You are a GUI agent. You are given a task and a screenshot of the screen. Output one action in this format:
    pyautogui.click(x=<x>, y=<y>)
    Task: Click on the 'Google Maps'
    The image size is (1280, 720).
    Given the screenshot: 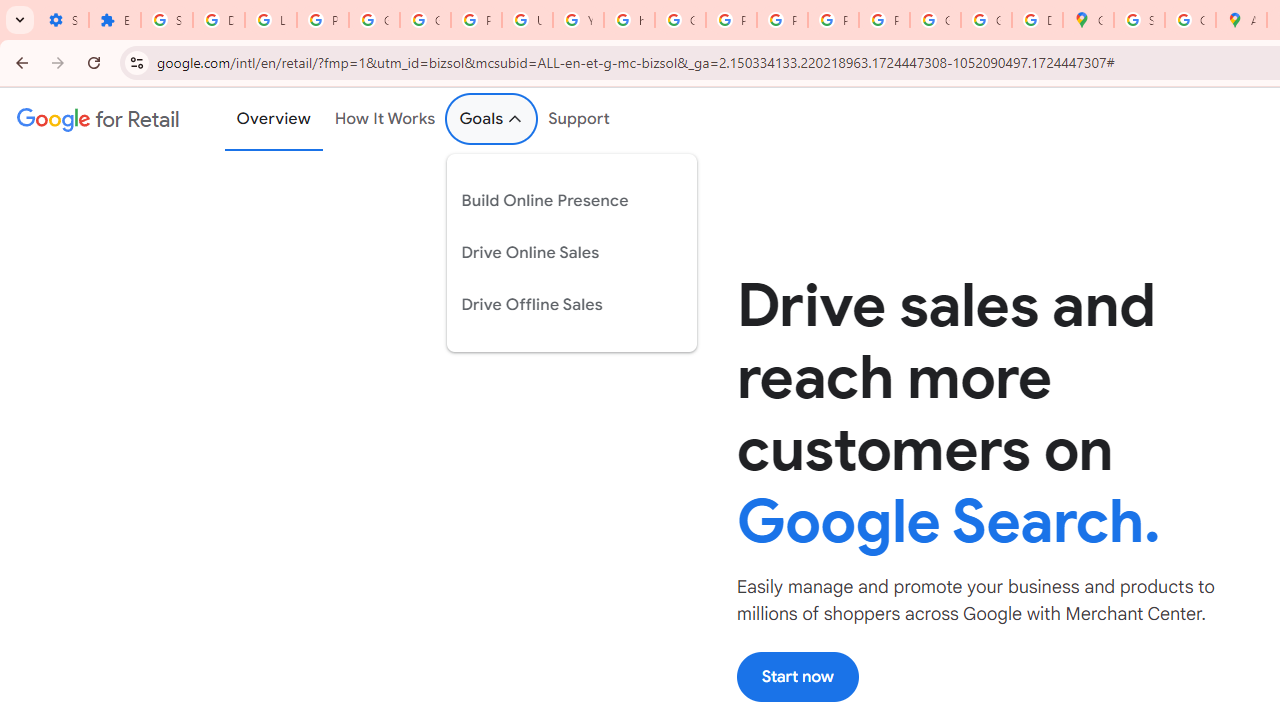 What is the action you would take?
    pyautogui.click(x=1087, y=20)
    